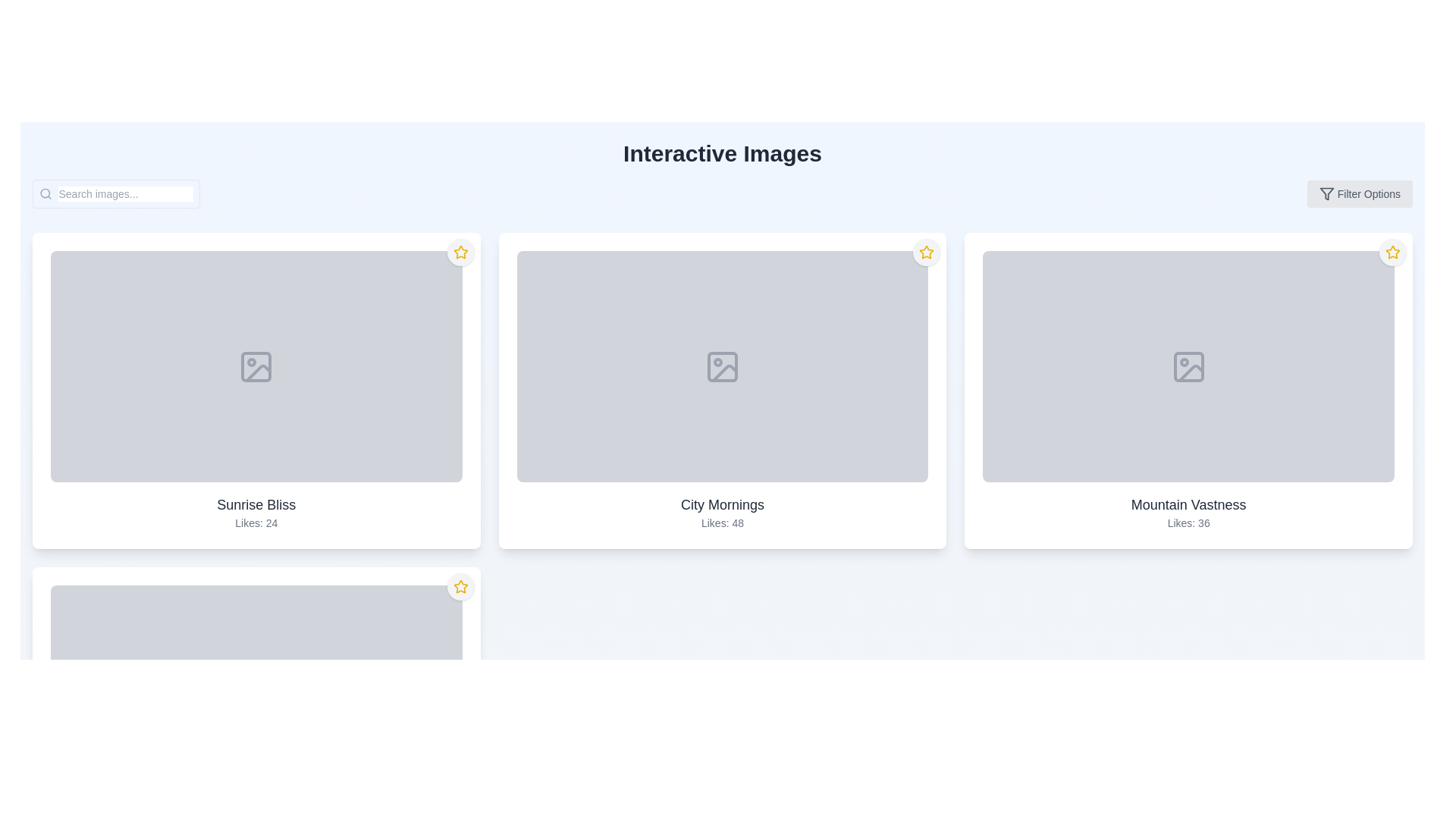 The width and height of the screenshot is (1456, 819). I want to click on the filter options button located at the top-right corner of the interface, so click(1360, 193).